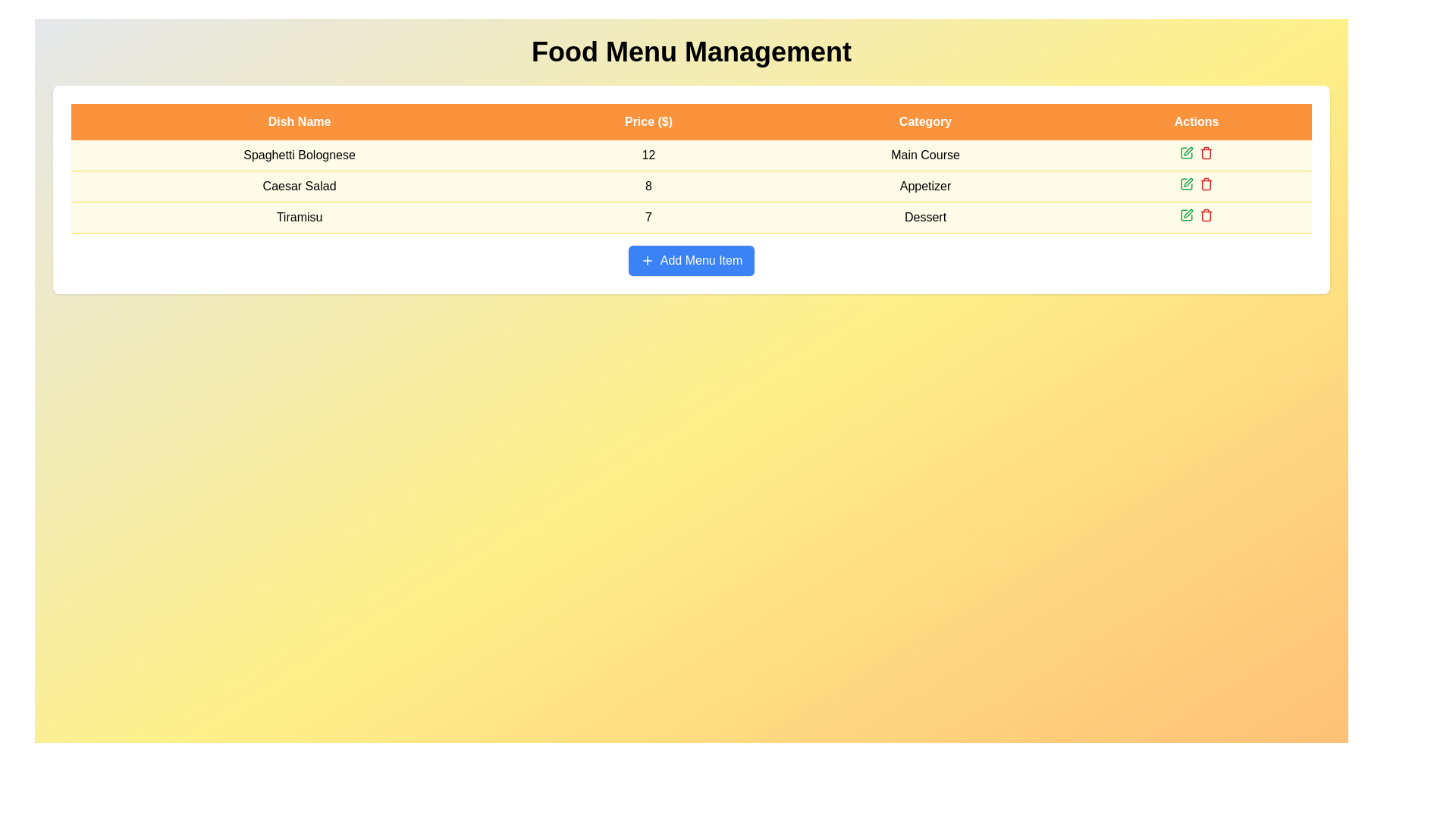  I want to click on the text label displaying the digit '8' in the 'Price ($)' column for the item 'Caesar Salad' in the second row of the table, so click(648, 186).